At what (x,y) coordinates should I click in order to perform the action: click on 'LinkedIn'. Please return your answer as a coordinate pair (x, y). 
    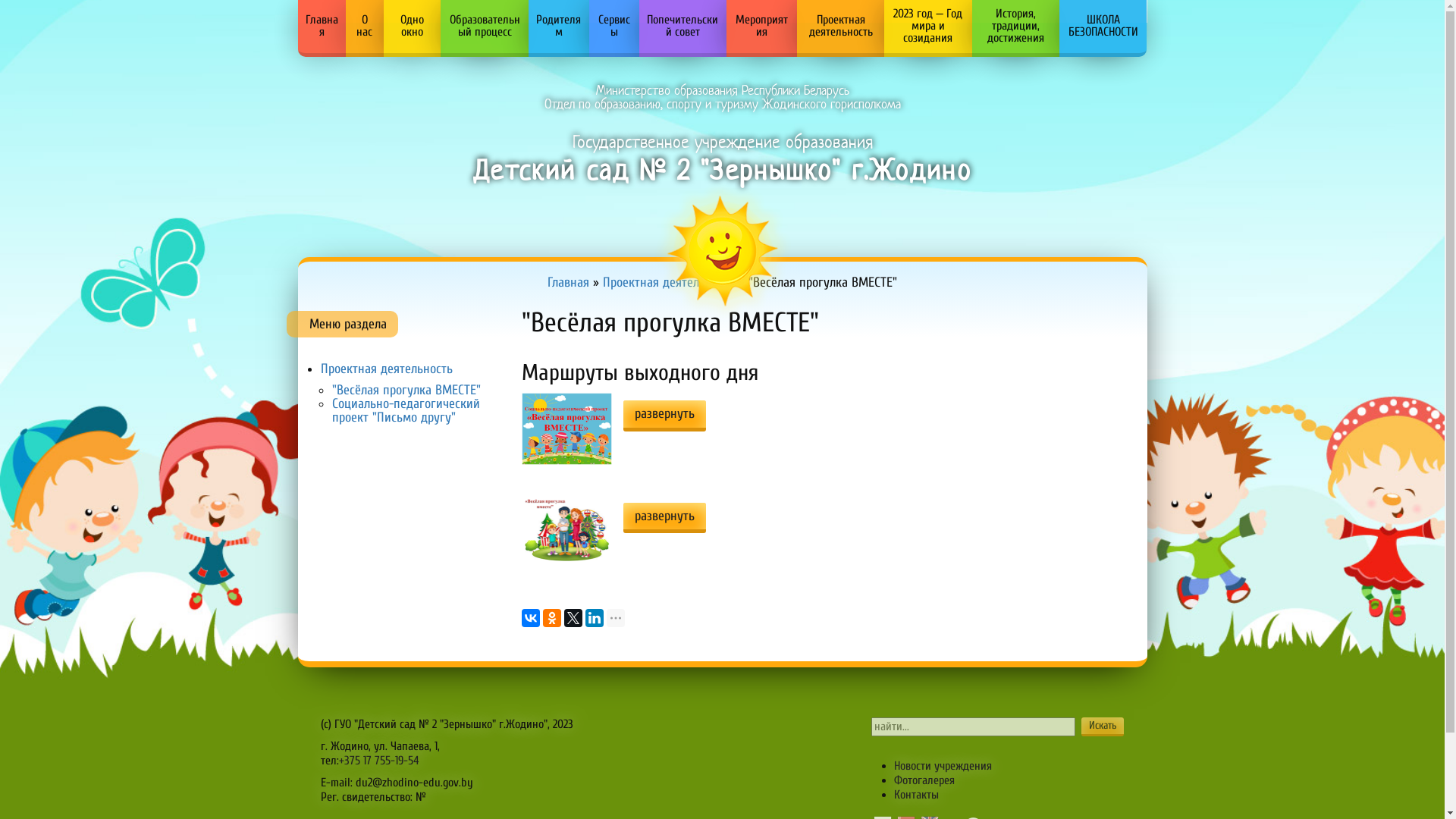
    Looking at the image, I should click on (593, 617).